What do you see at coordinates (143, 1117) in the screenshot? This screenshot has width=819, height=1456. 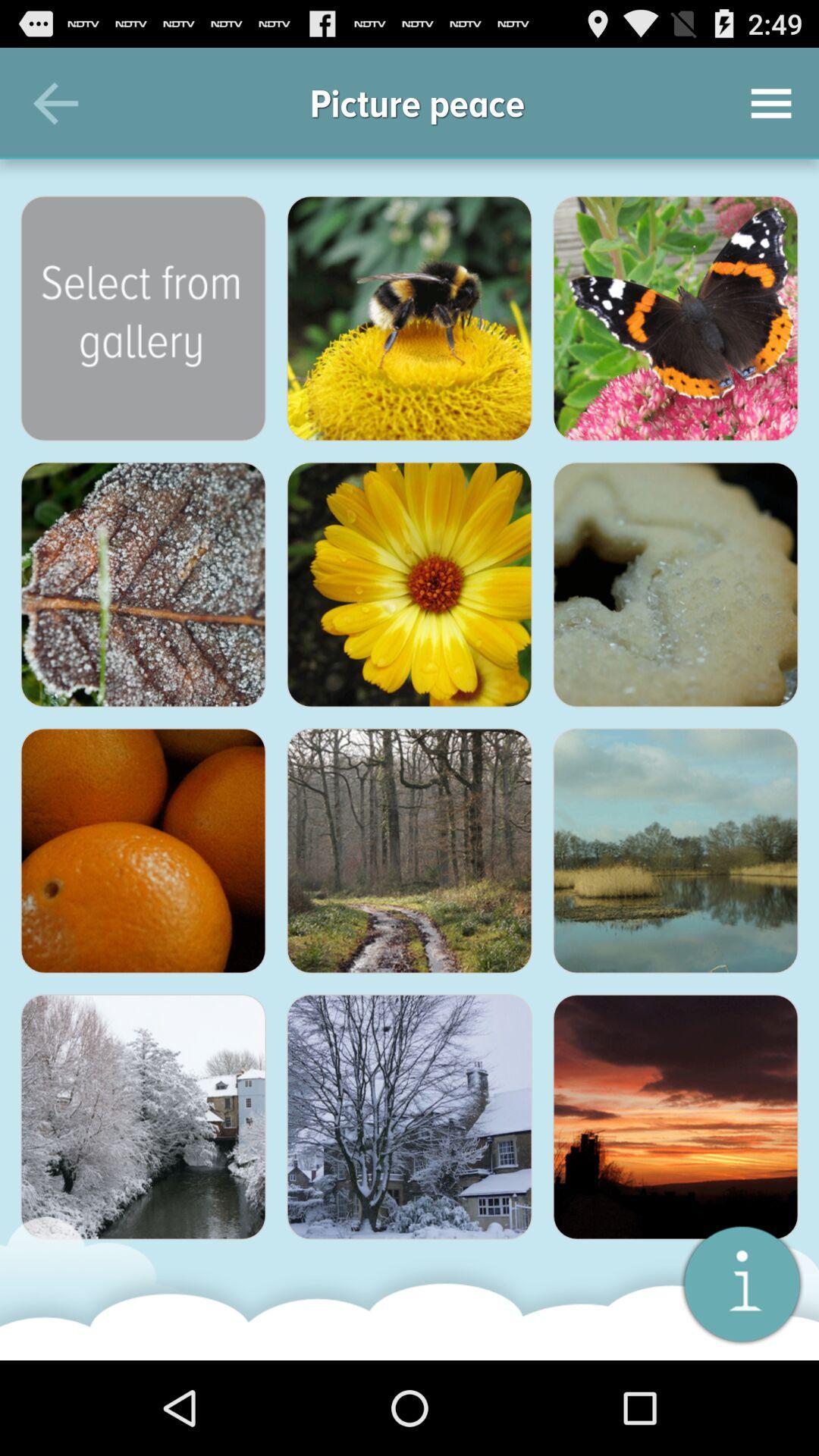 I see `gallery wallpaper` at bounding box center [143, 1117].